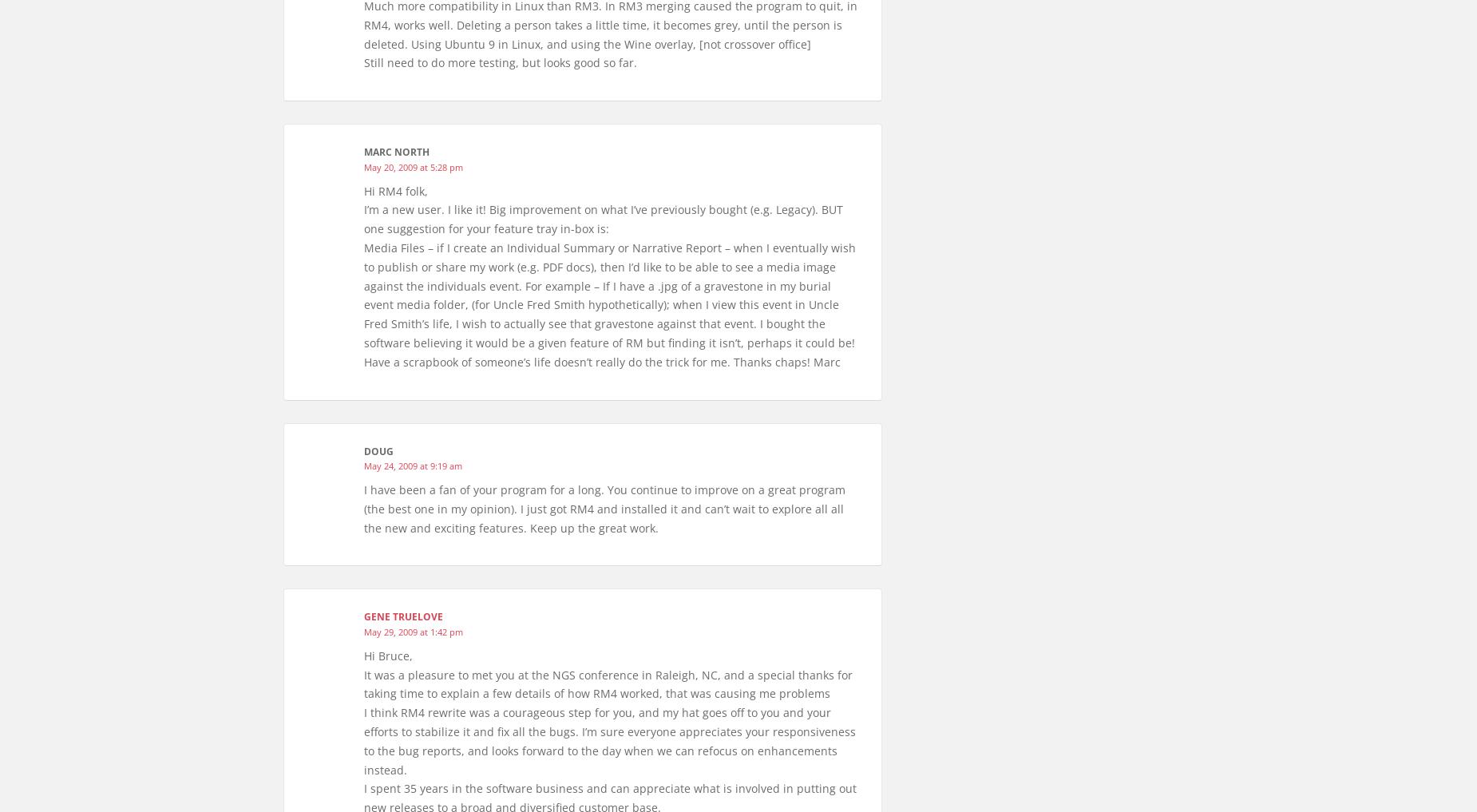 This screenshot has width=1477, height=812. Describe the element at coordinates (500, 62) in the screenshot. I see `'Still need to do more testing, but looks good so far.'` at that location.